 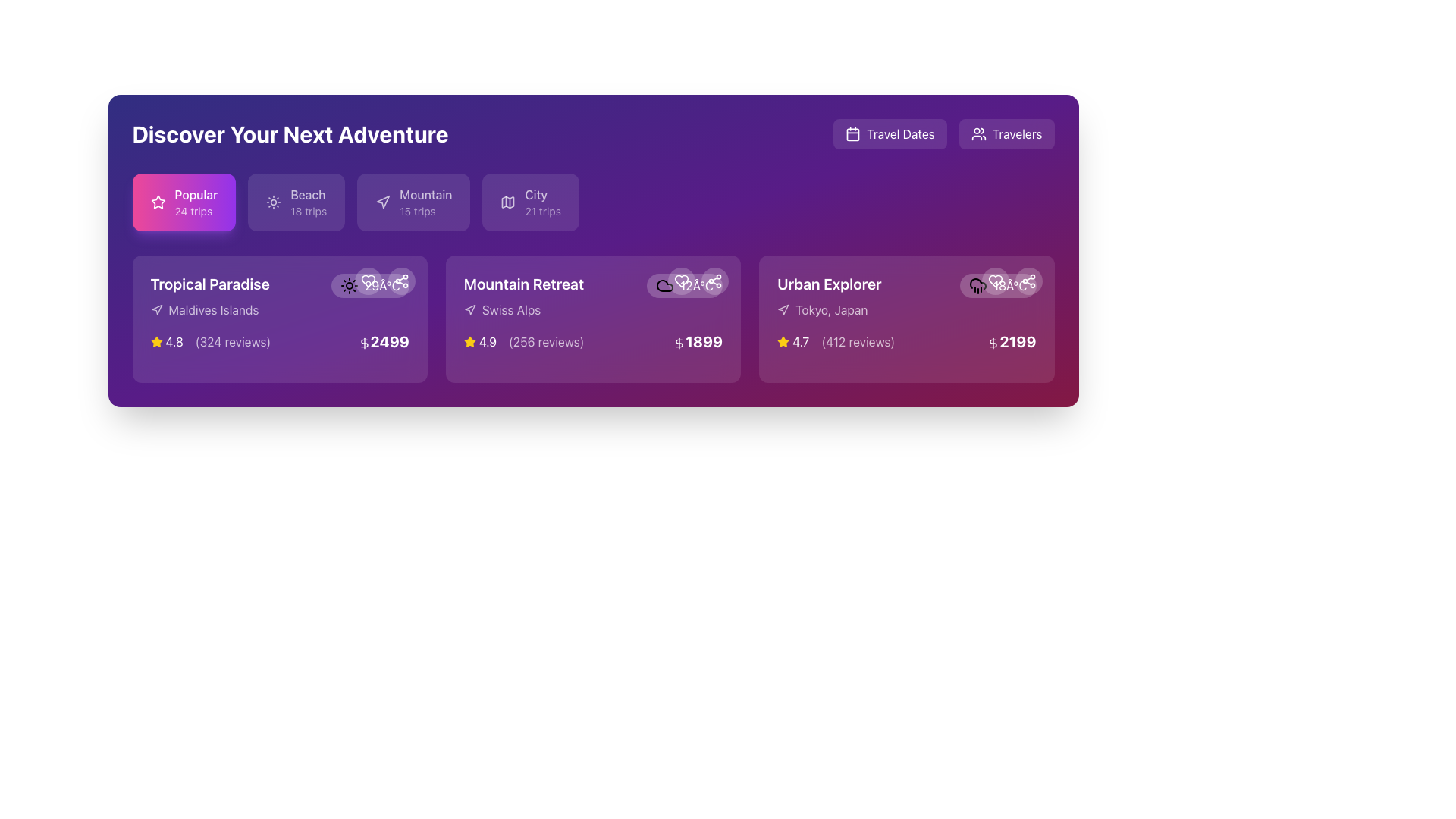 What do you see at coordinates (479, 342) in the screenshot?
I see `the static rating display for the Mountain Retreat, which shows a numerical rating and a star icon, located below the title 'Mountain Retreat' and to the left of '(256 reviews)'` at bounding box center [479, 342].